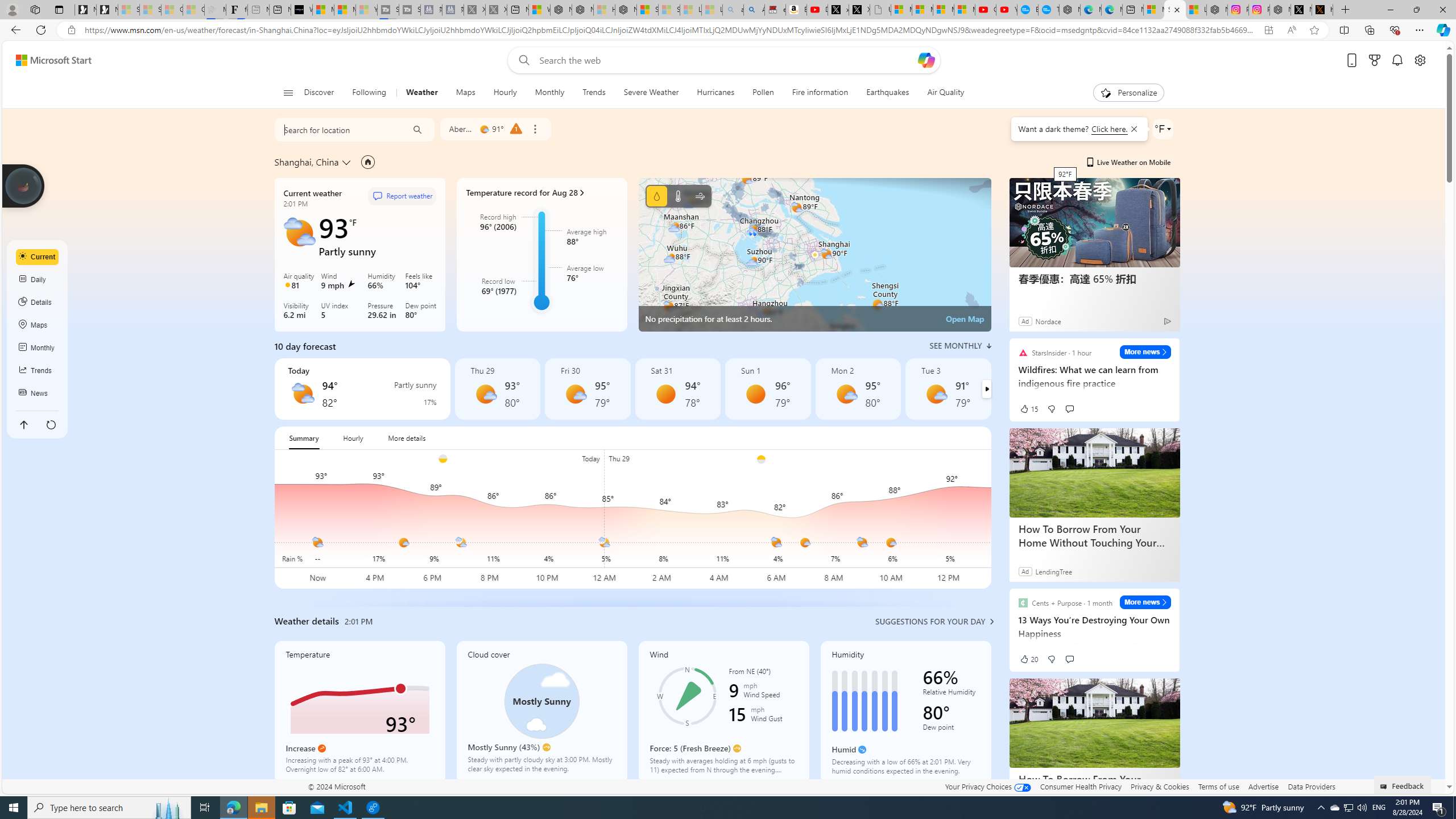 This screenshot has height=819, width=1456. What do you see at coordinates (321, 748) in the screenshot?
I see `'Increase'` at bounding box center [321, 748].